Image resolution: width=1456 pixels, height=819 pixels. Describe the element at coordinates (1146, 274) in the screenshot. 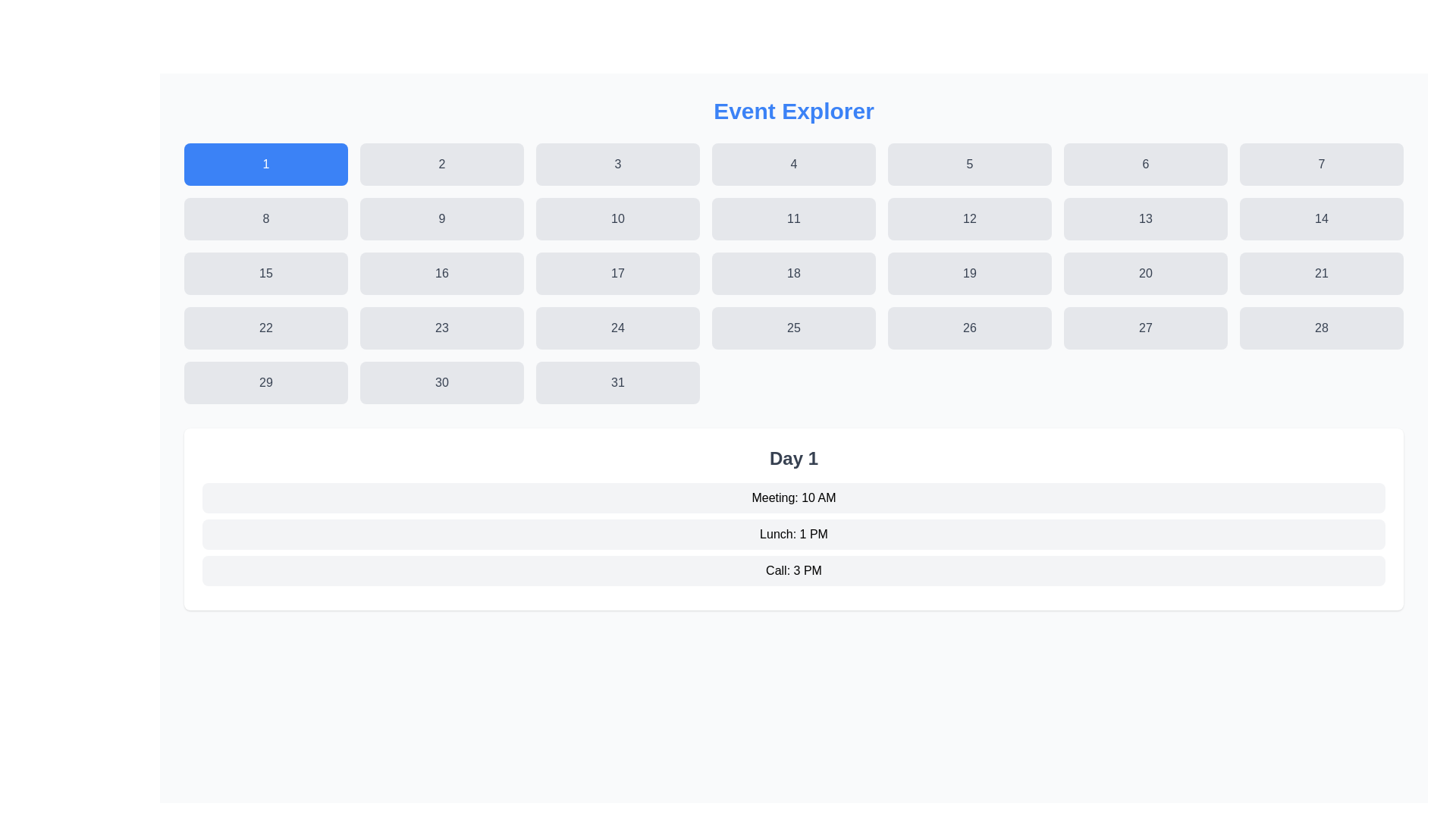

I see `the button with the number '20' in dark gray text, which is a rounded rectangle with a light gray background, located in the fourth row and sixth column of the grid layout` at that location.